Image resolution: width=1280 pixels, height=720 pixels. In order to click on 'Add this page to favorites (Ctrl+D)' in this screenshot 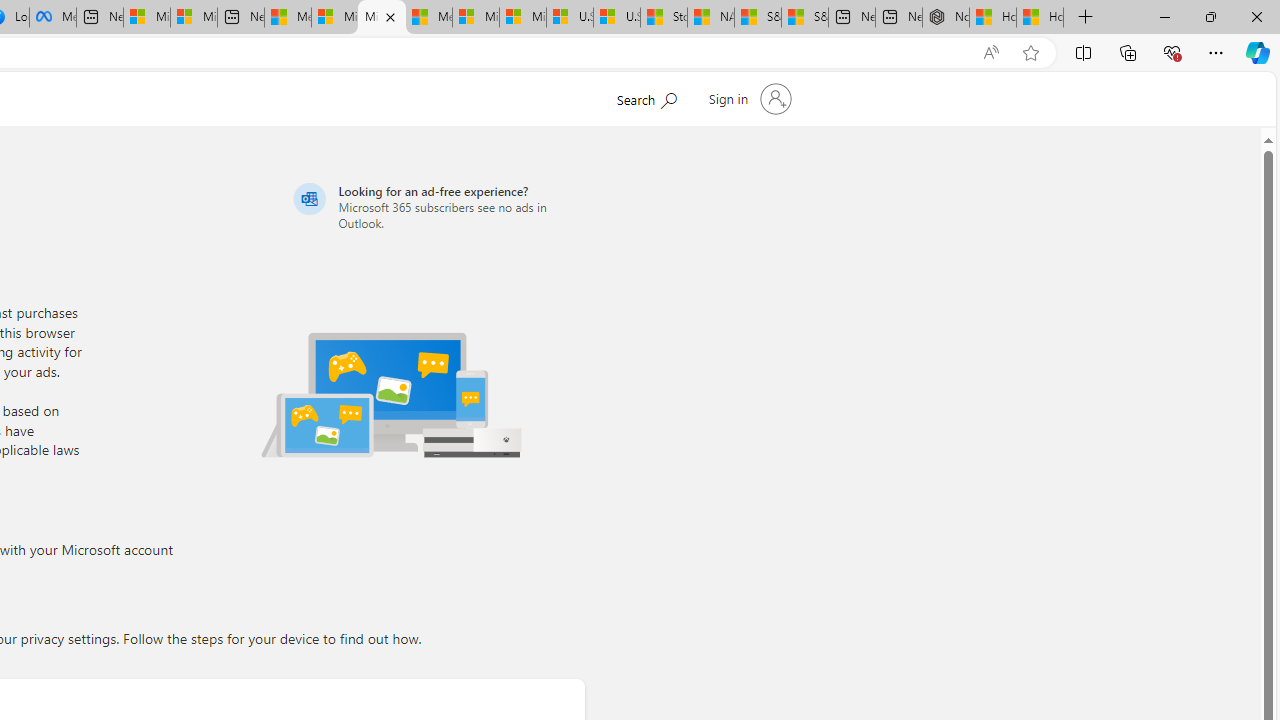, I will do `click(1031, 52)`.